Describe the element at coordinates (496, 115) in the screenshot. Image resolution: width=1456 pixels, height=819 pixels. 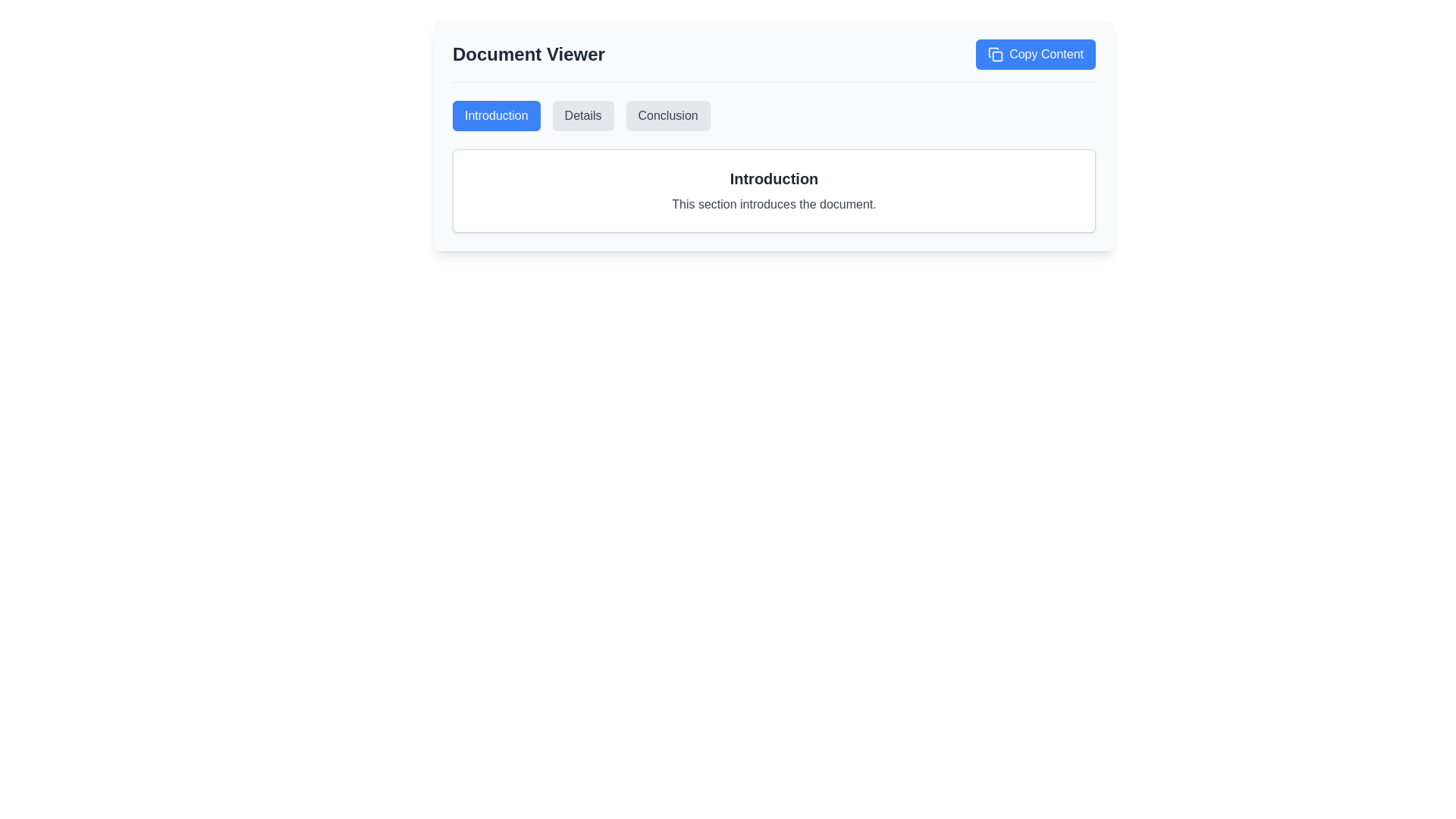
I see `the first button` at that location.